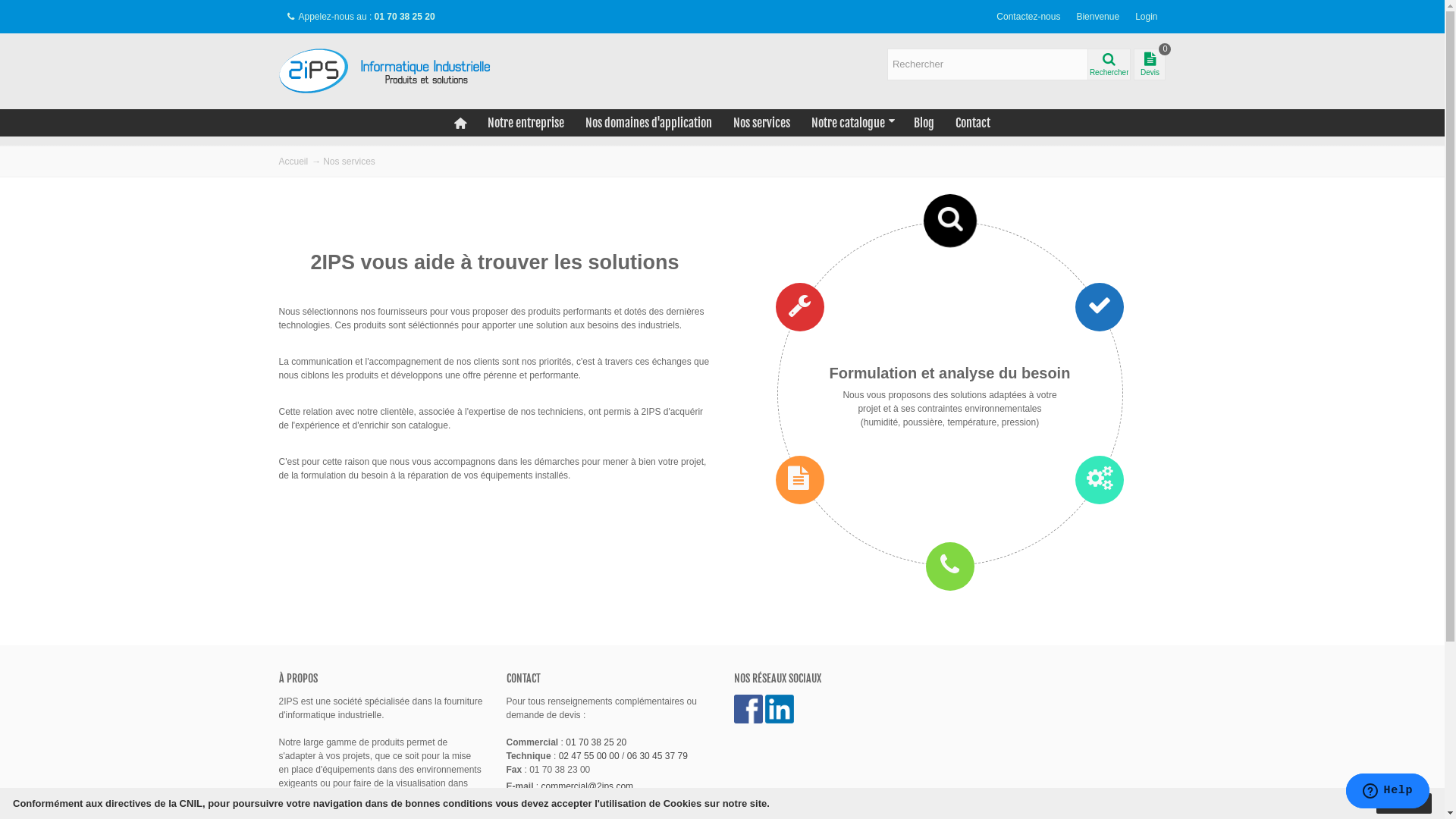  Describe the element at coordinates (588, 755) in the screenshot. I see `'02 47 55 00 00'` at that location.